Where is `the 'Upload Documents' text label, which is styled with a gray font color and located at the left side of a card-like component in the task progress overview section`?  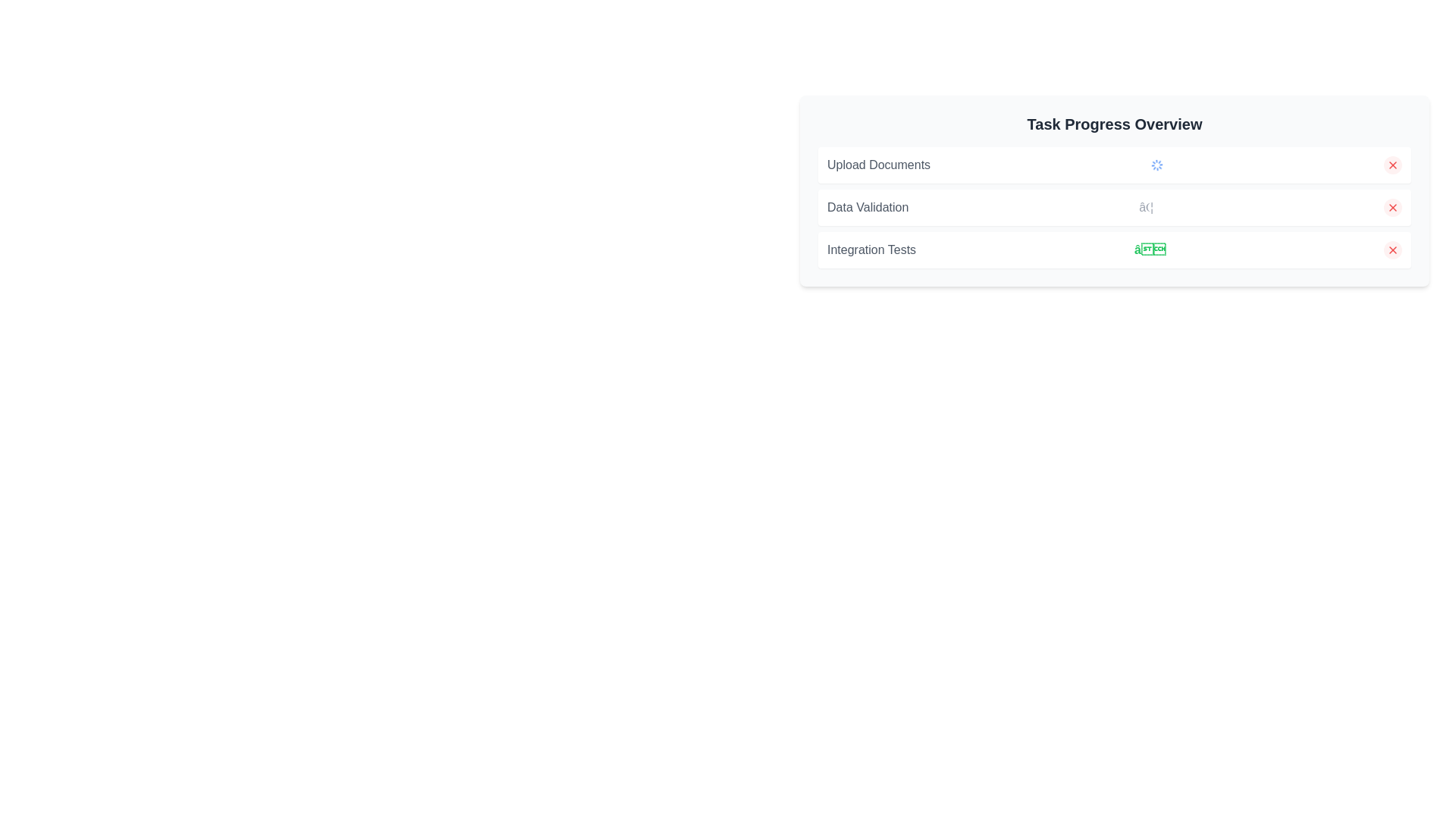
the 'Upload Documents' text label, which is styled with a gray font color and located at the left side of a card-like component in the task progress overview section is located at coordinates (879, 165).